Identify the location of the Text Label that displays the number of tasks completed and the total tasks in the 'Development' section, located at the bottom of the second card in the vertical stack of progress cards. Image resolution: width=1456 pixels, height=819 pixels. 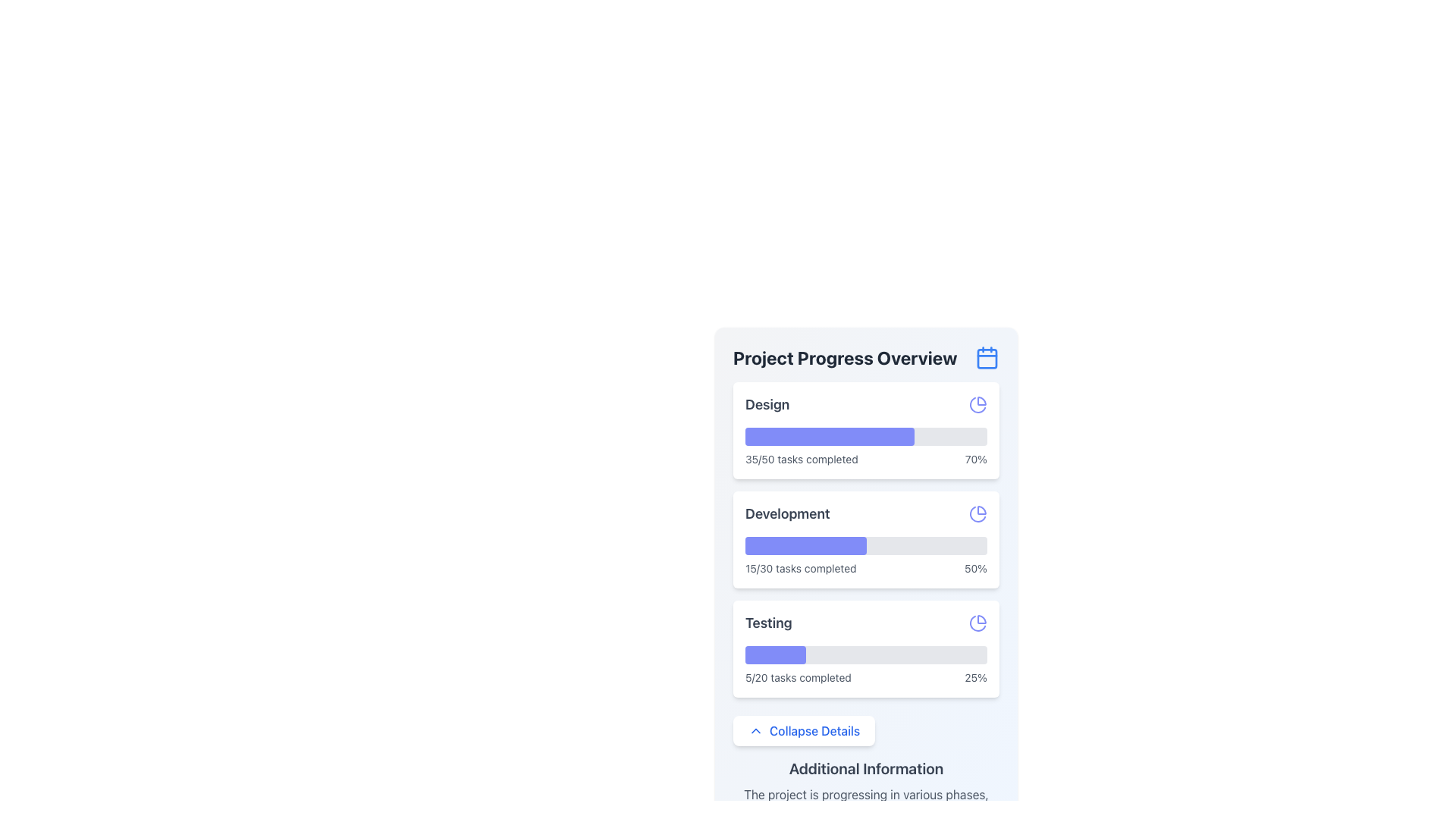
(800, 568).